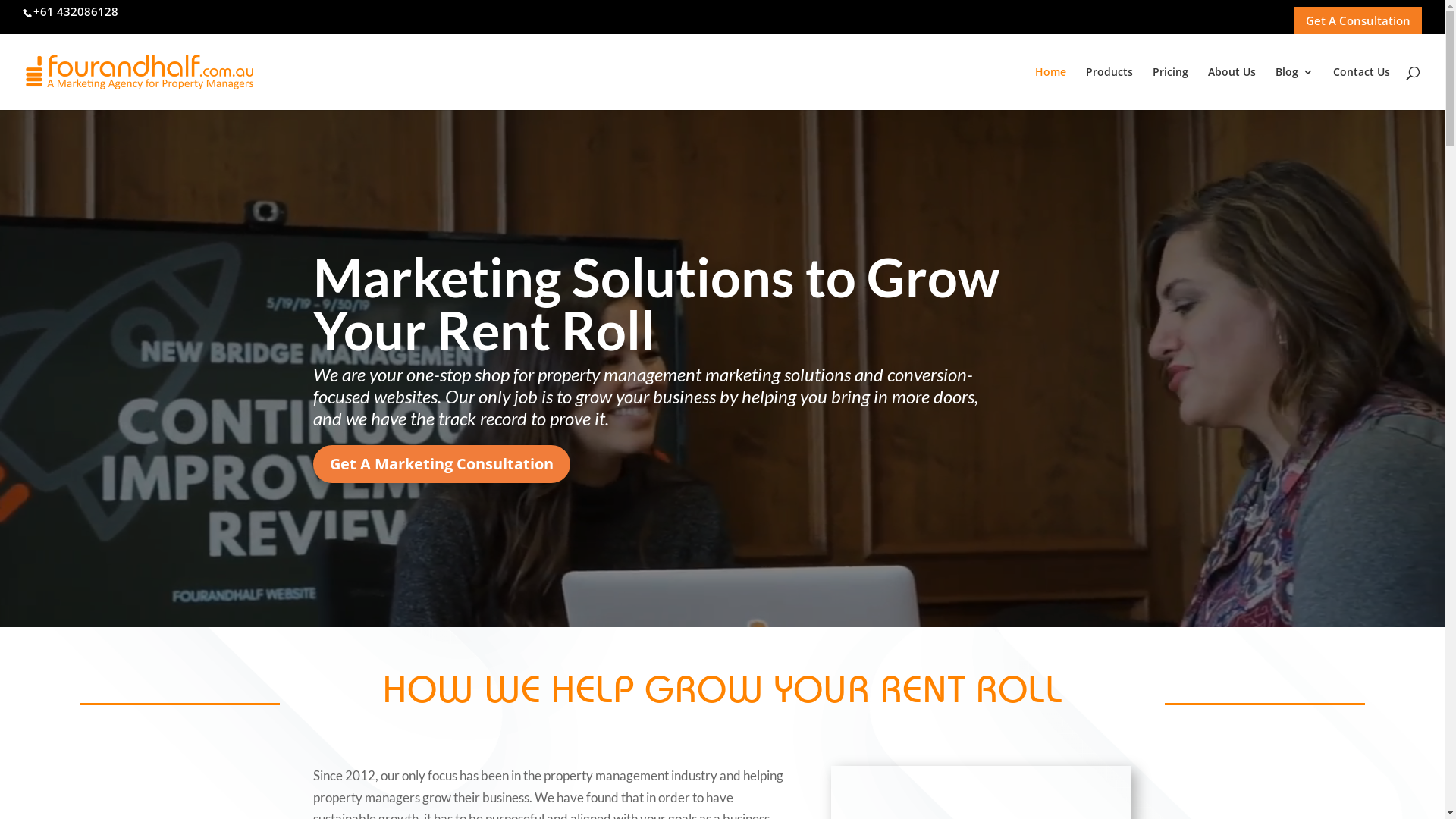 Image resolution: width=1456 pixels, height=819 pixels. What do you see at coordinates (1169, 88) in the screenshot?
I see `'Pricing'` at bounding box center [1169, 88].